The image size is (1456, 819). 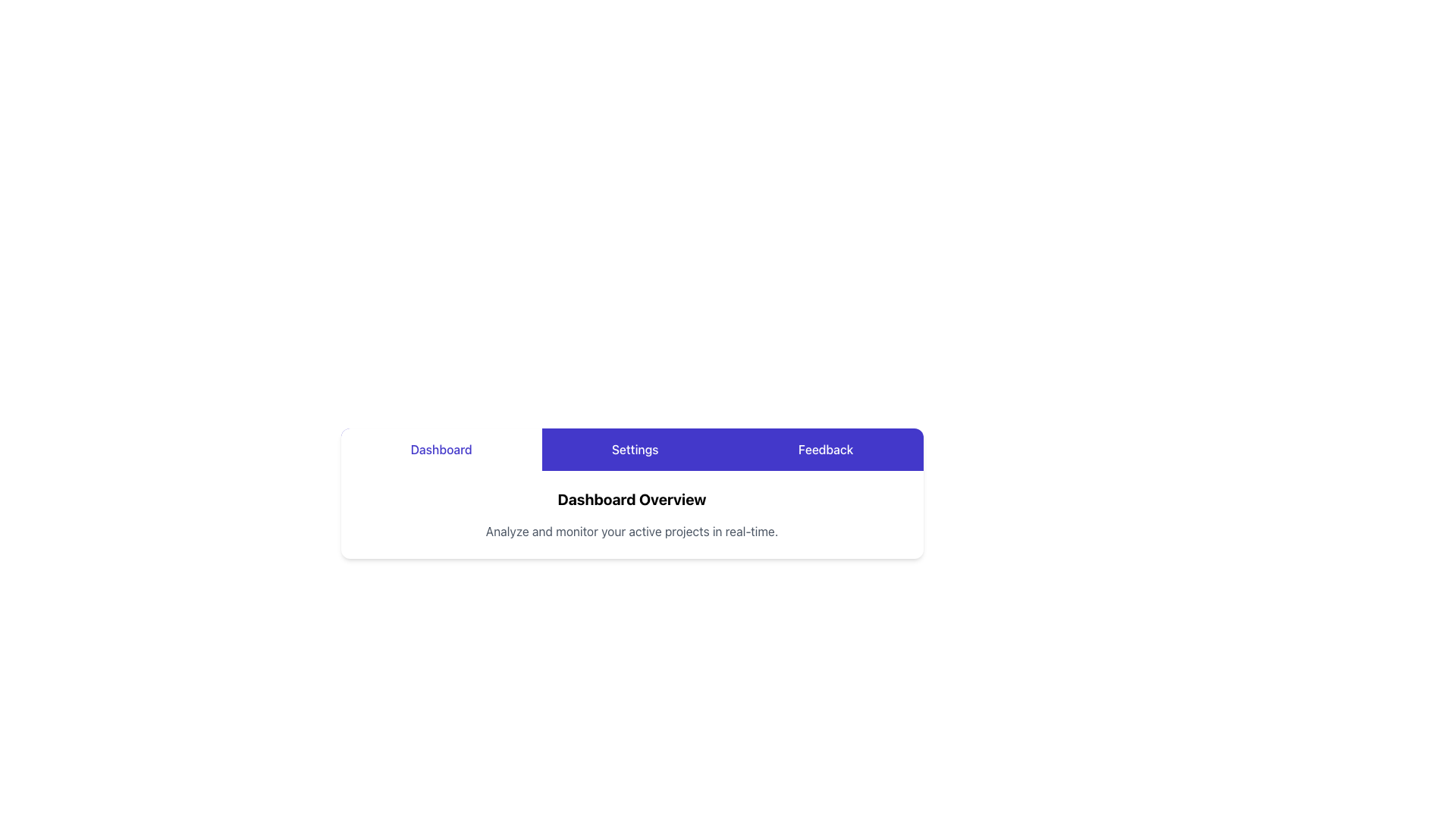 What do you see at coordinates (441, 449) in the screenshot?
I see `keyboard navigation` at bounding box center [441, 449].